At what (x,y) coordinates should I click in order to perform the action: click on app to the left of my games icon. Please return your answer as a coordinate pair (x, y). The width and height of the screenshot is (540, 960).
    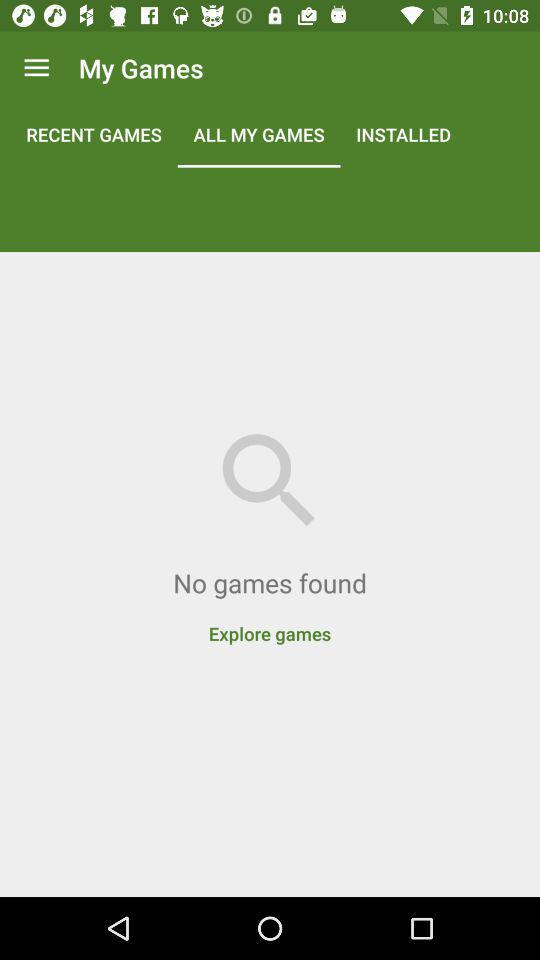
    Looking at the image, I should click on (36, 68).